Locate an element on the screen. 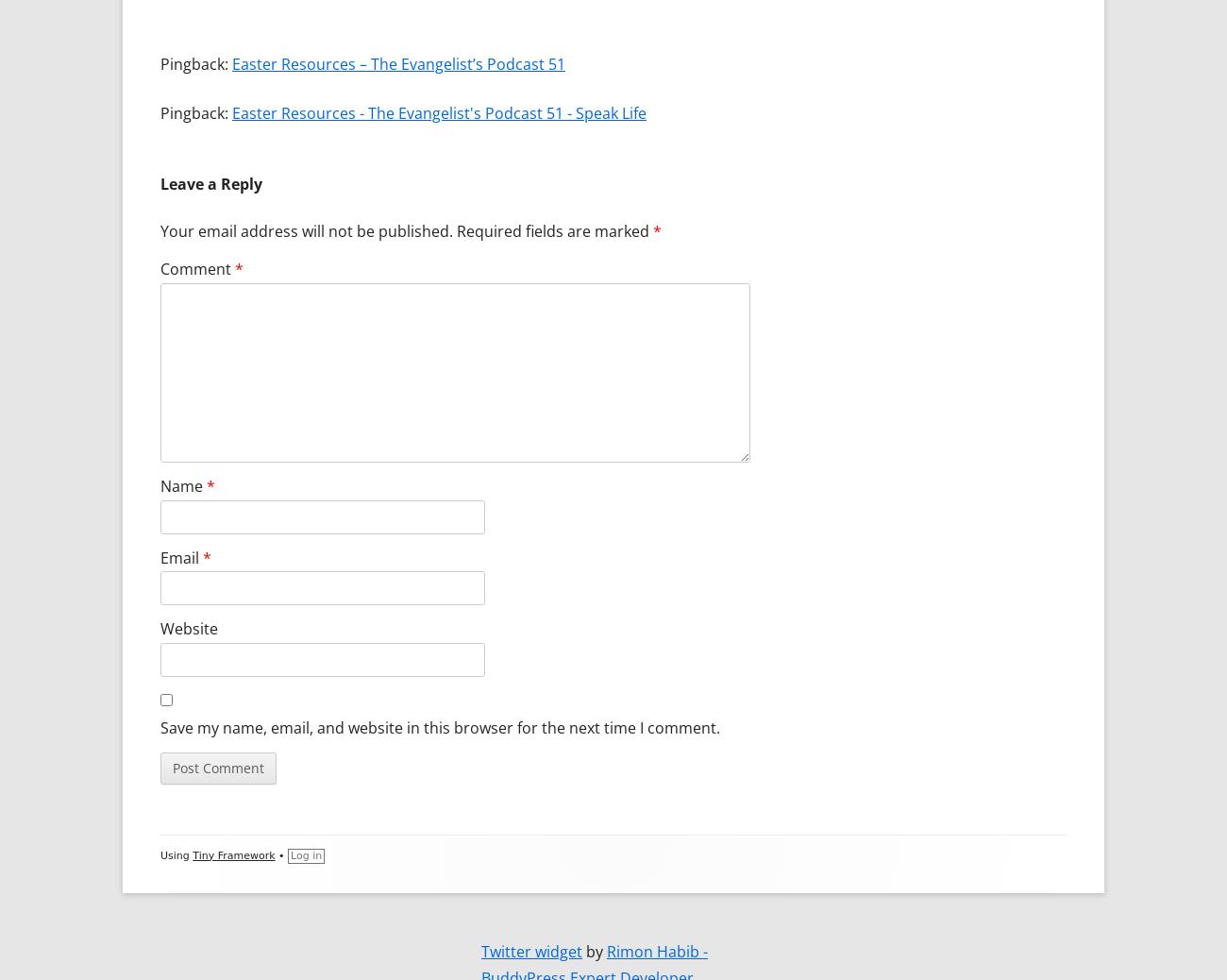  'Your email address will not be published.' is located at coordinates (307, 229).